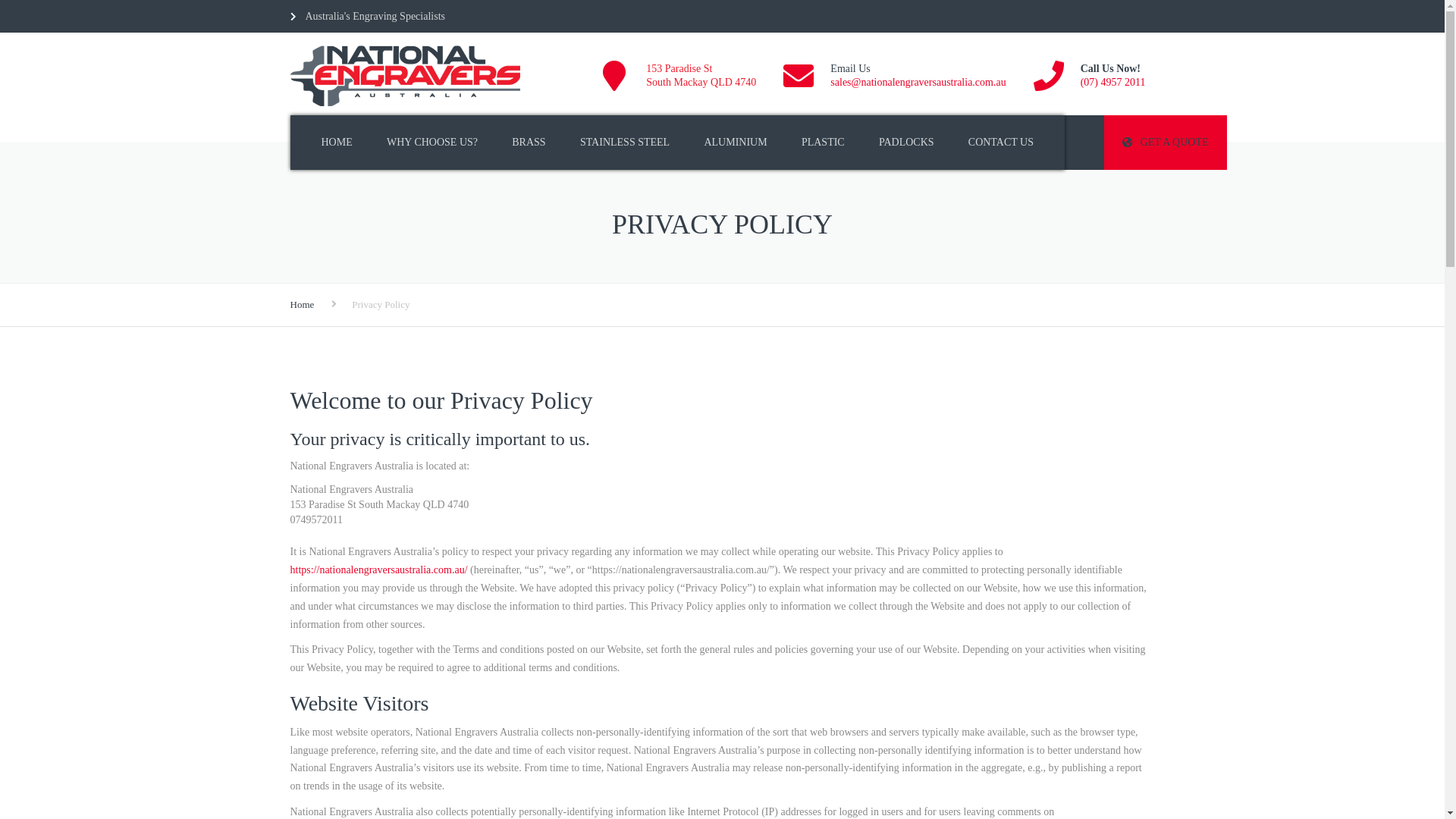 The image size is (1456, 819). Describe the element at coordinates (302, 304) in the screenshot. I see `'Home'` at that location.